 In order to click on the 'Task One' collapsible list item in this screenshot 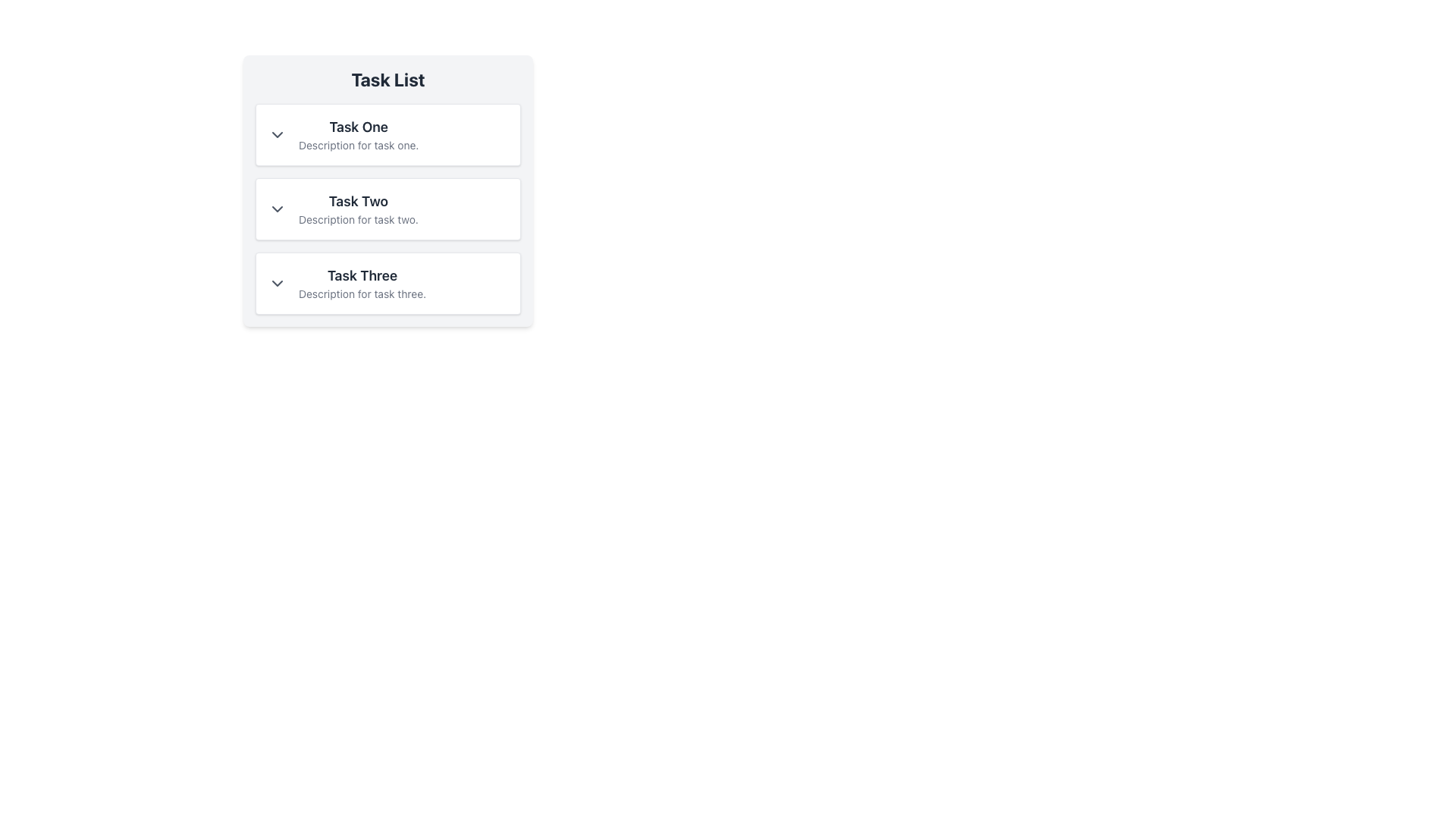, I will do `click(388, 133)`.